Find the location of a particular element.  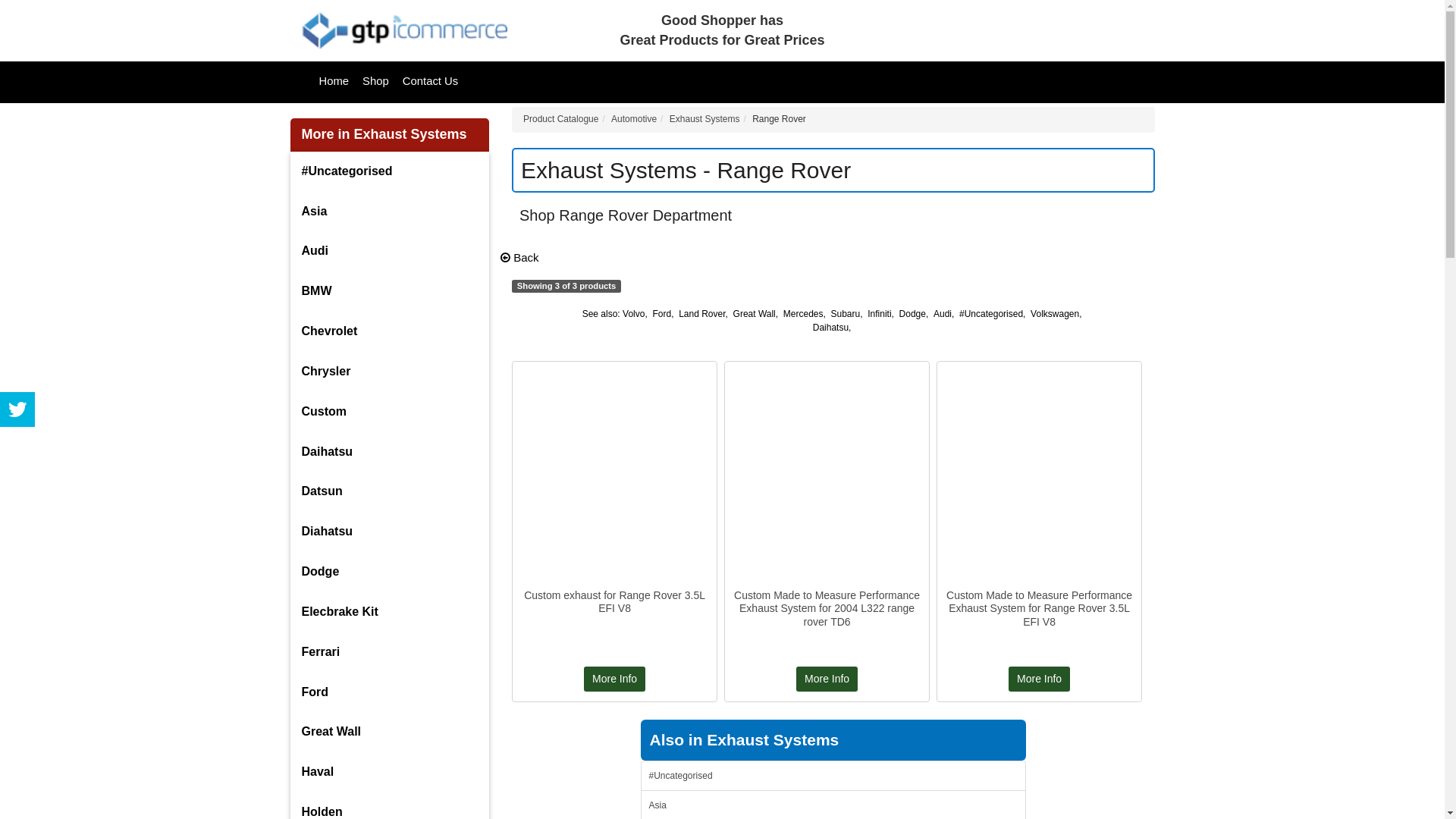

'Ford' is located at coordinates (661, 312).